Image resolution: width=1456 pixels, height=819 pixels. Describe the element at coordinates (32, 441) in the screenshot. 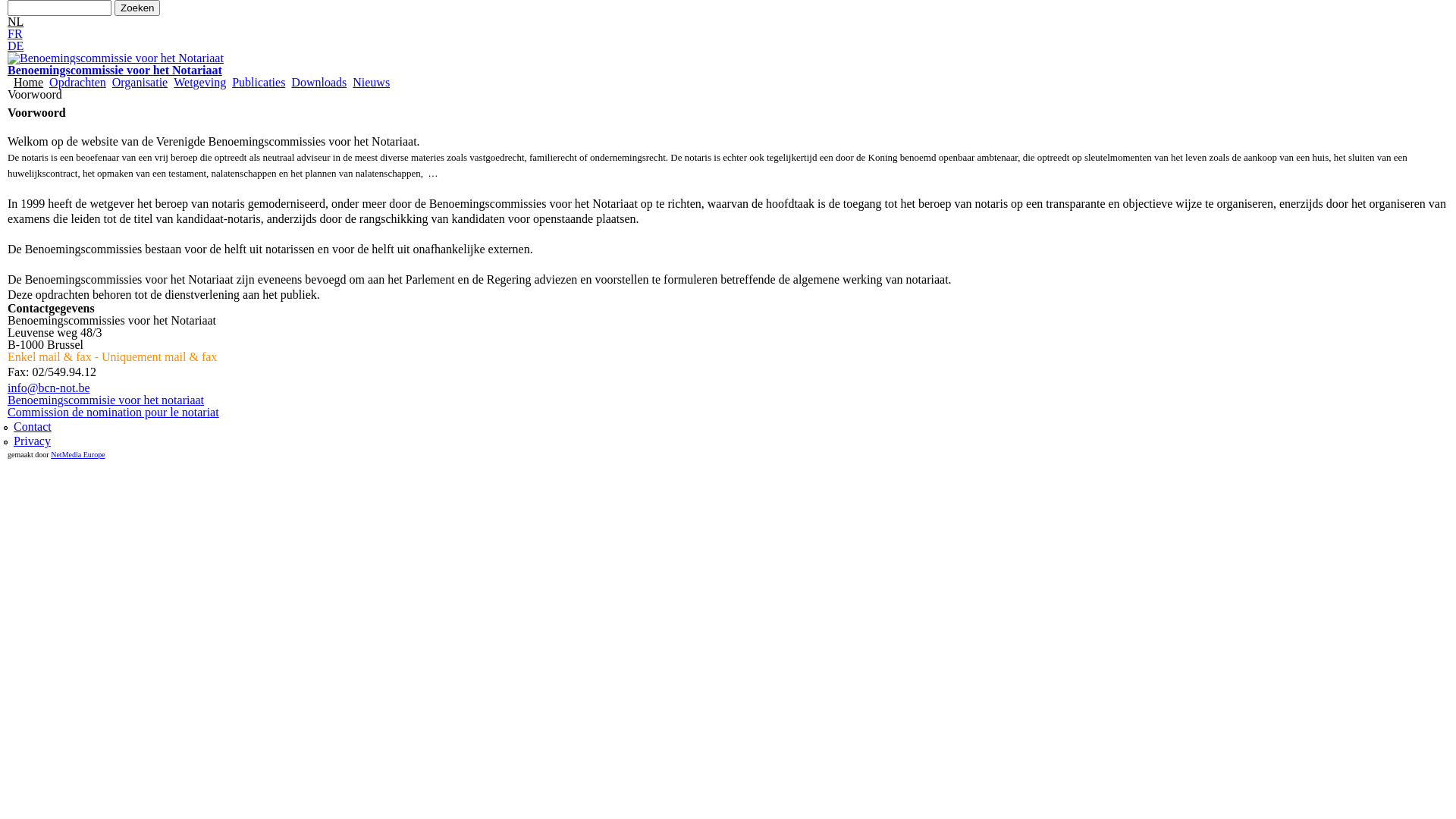

I see `'Privacy'` at that location.